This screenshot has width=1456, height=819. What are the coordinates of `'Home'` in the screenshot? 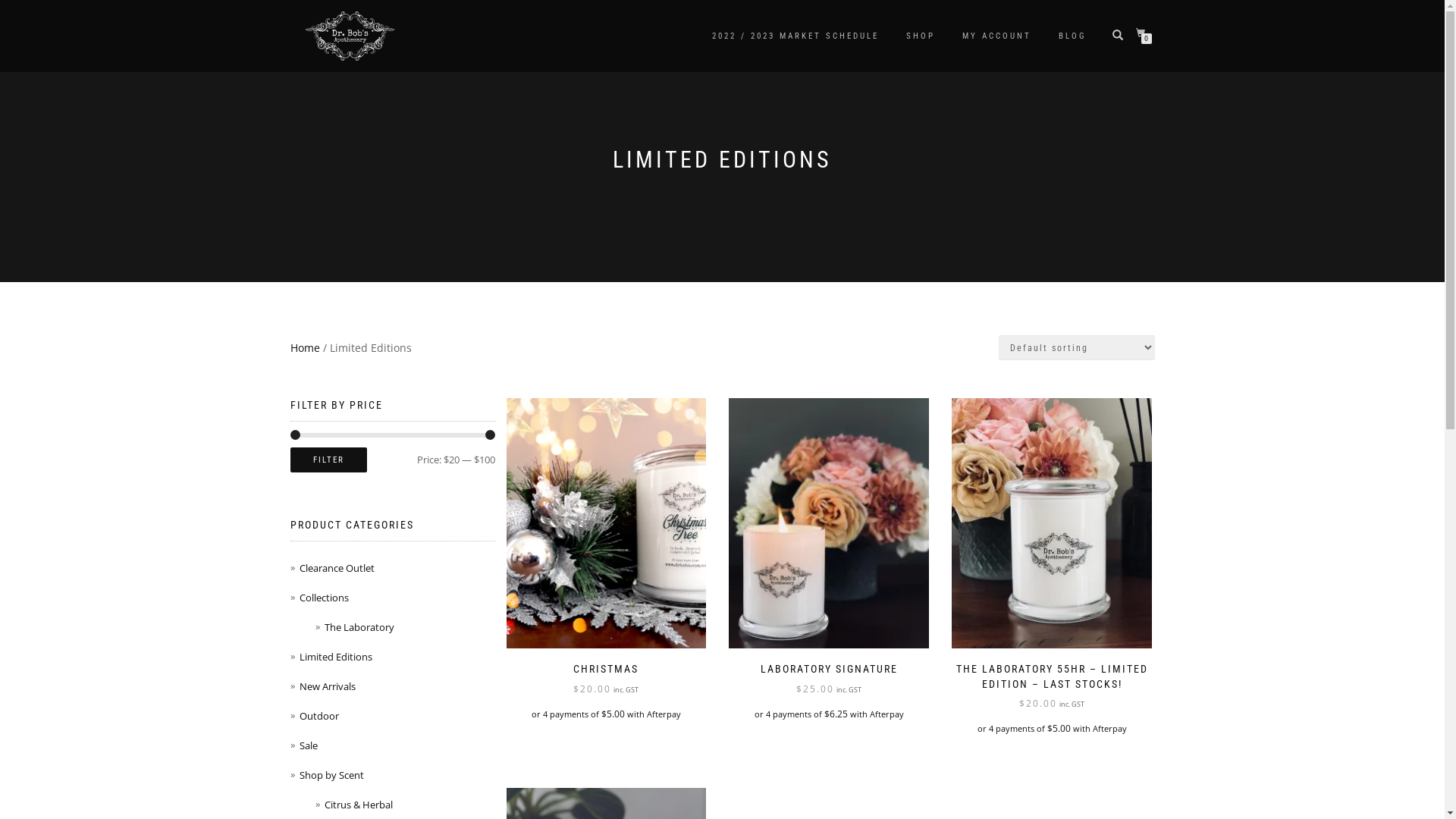 It's located at (303, 347).